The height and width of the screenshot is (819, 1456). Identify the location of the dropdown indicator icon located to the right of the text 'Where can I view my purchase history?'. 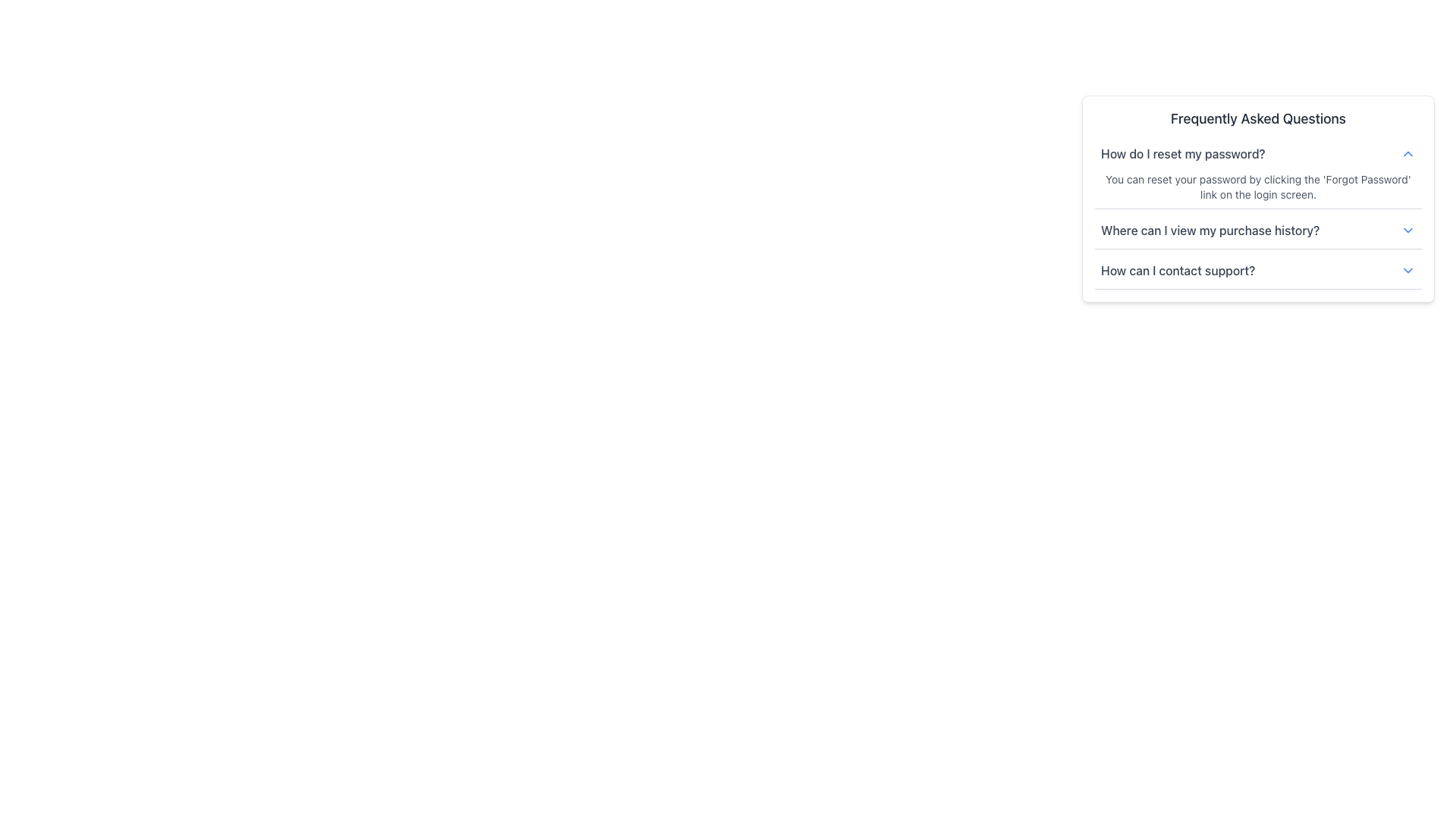
(1407, 231).